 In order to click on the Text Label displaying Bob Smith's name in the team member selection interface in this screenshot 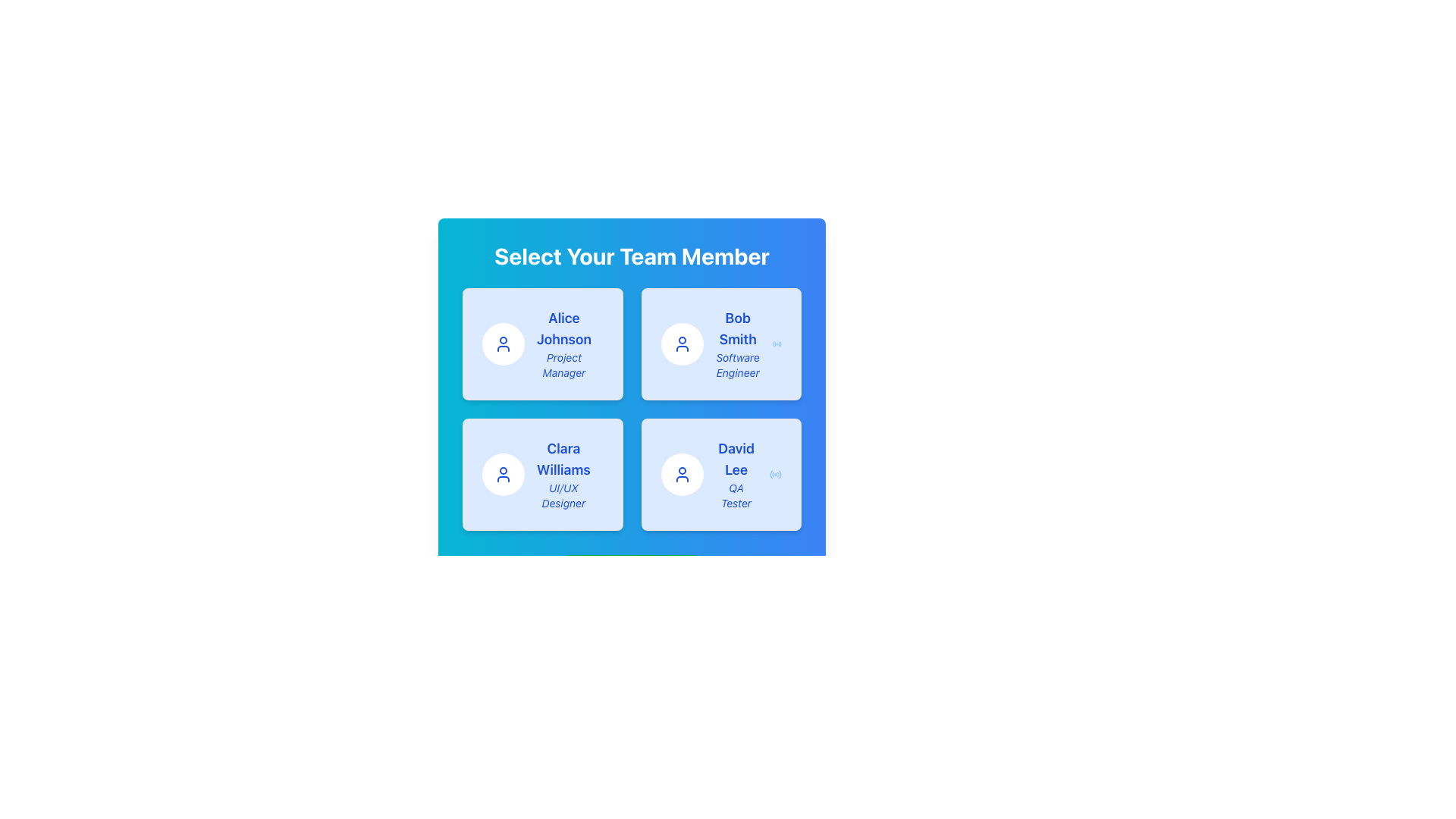, I will do `click(738, 328)`.